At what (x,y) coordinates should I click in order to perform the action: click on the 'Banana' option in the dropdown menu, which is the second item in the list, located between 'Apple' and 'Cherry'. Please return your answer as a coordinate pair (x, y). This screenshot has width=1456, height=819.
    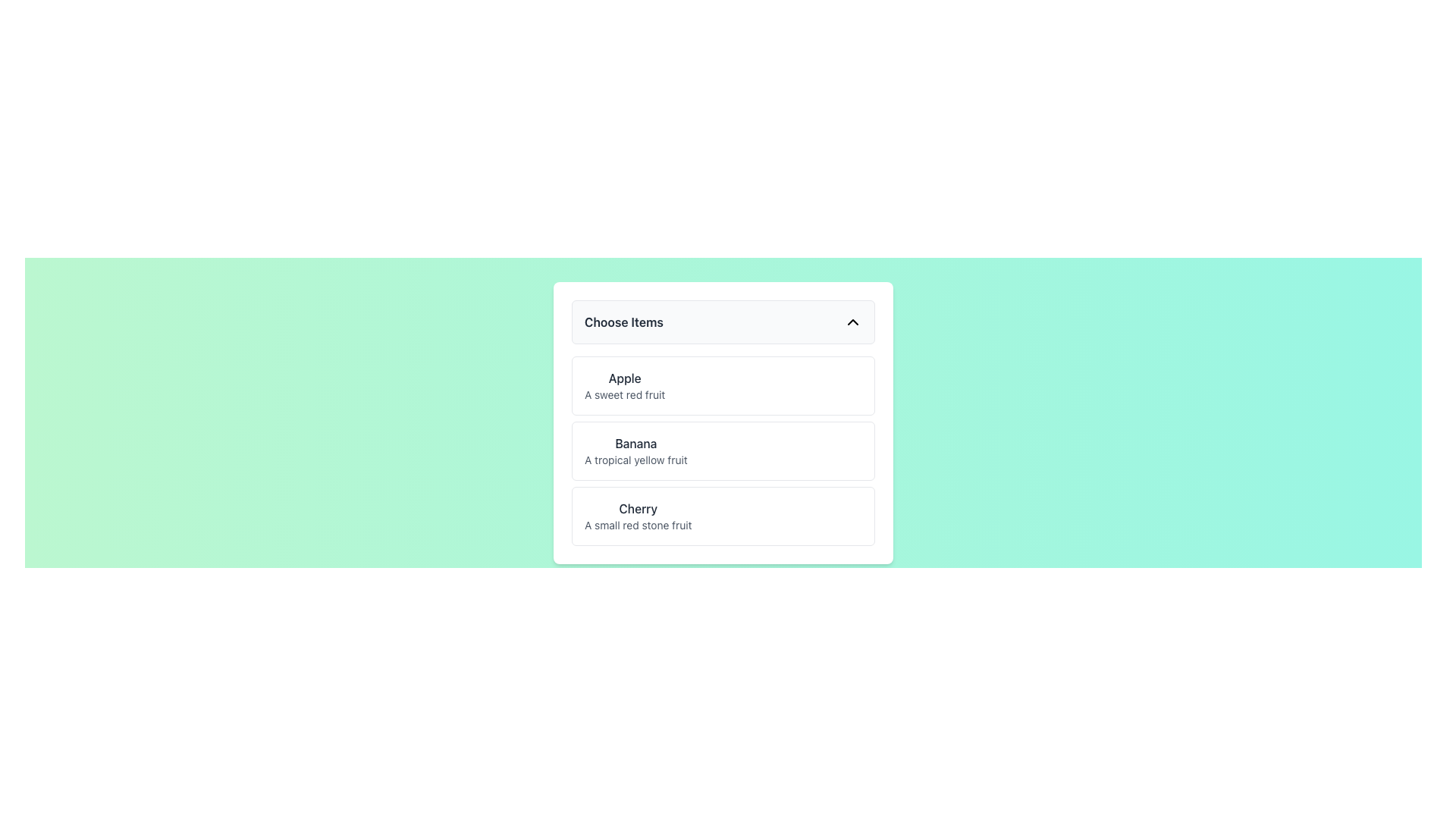
    Looking at the image, I should click on (723, 450).